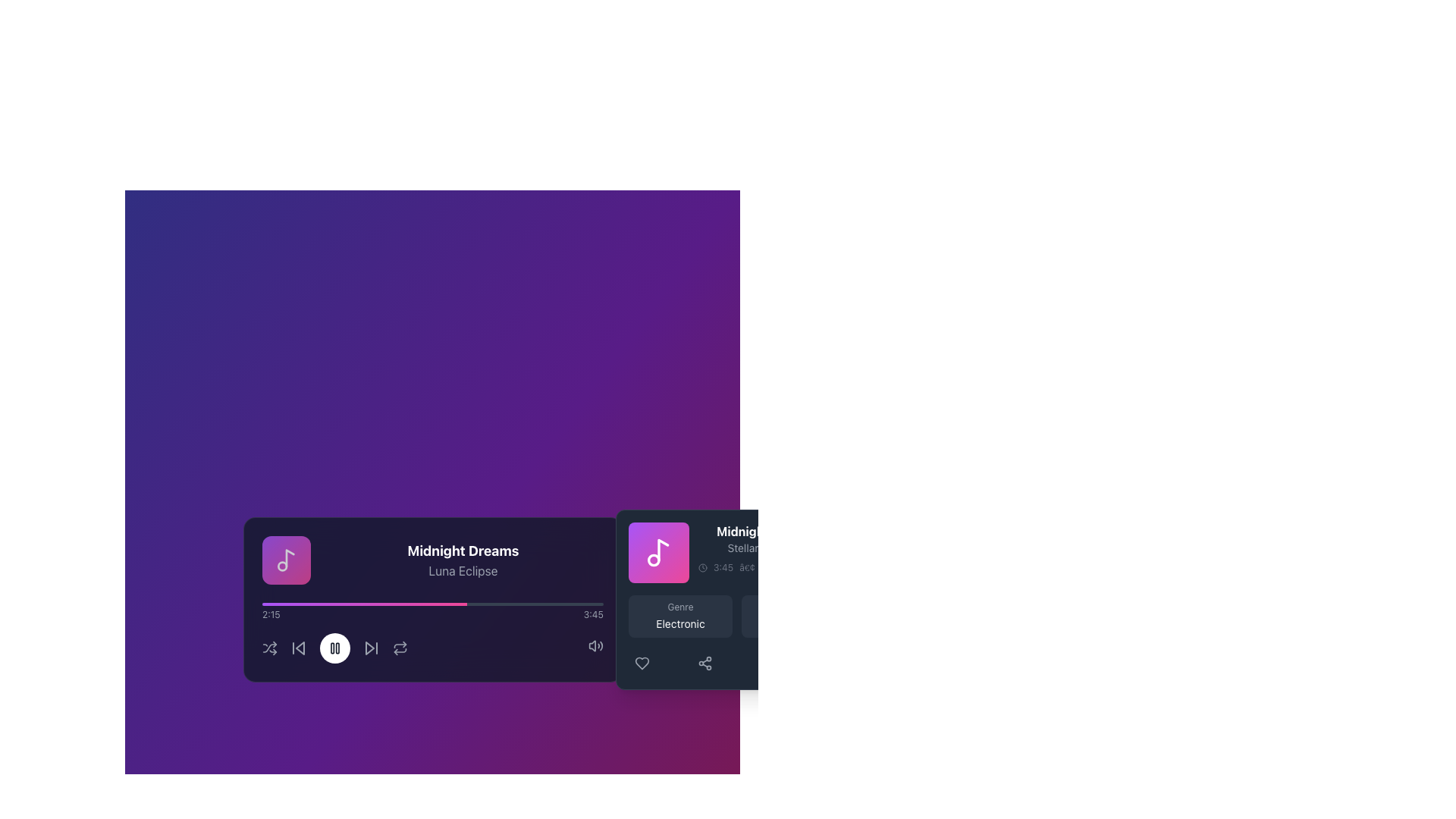 This screenshot has width=1456, height=819. Describe the element at coordinates (334, 648) in the screenshot. I see `the Pause button icon, which is represented by two vertical rectangles, located at the center of a circular button with a white background in the music player interface` at that location.